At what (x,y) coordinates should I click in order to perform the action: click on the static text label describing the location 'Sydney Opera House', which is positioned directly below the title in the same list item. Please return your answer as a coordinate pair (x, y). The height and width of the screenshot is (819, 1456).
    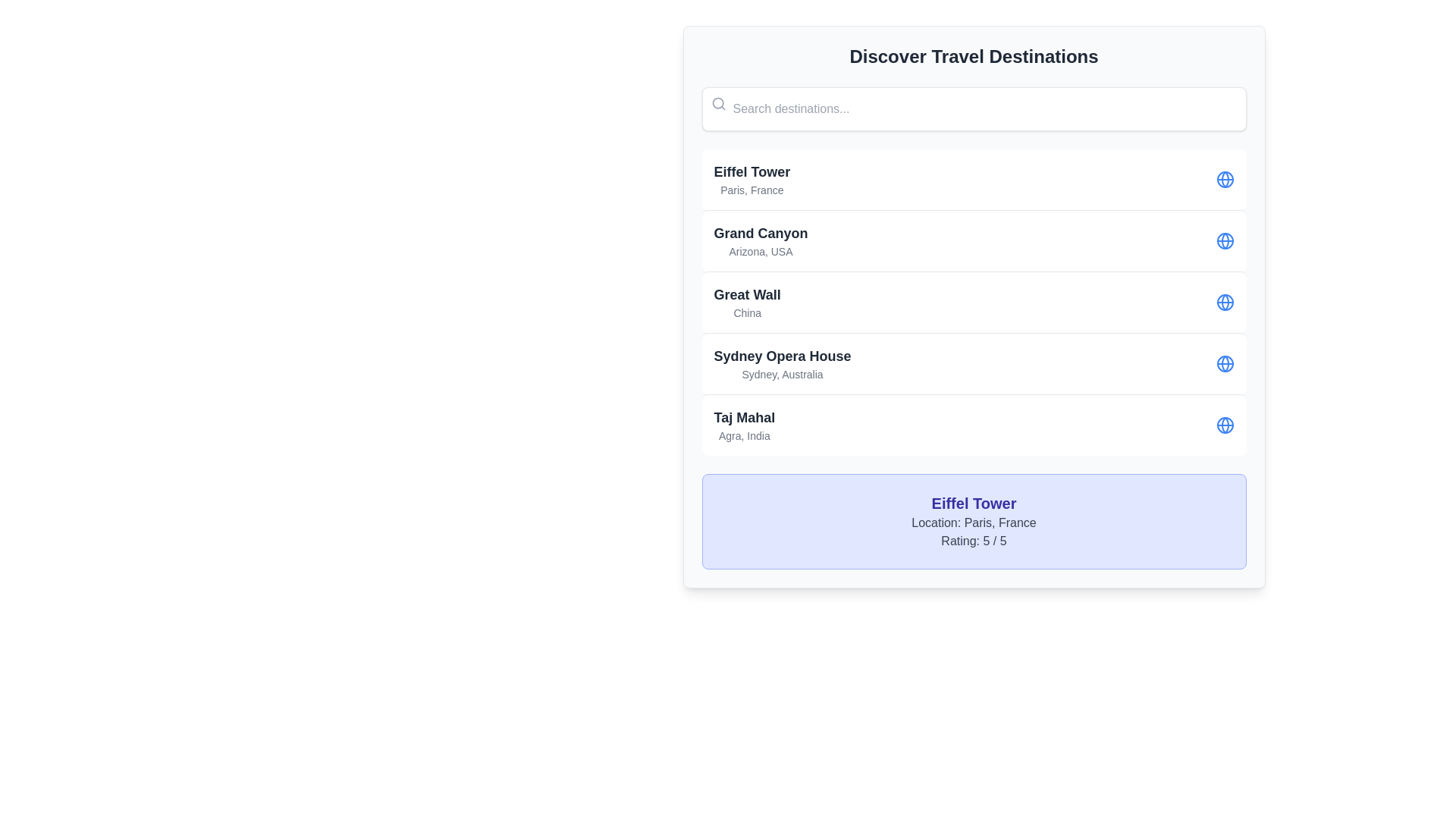
    Looking at the image, I should click on (783, 374).